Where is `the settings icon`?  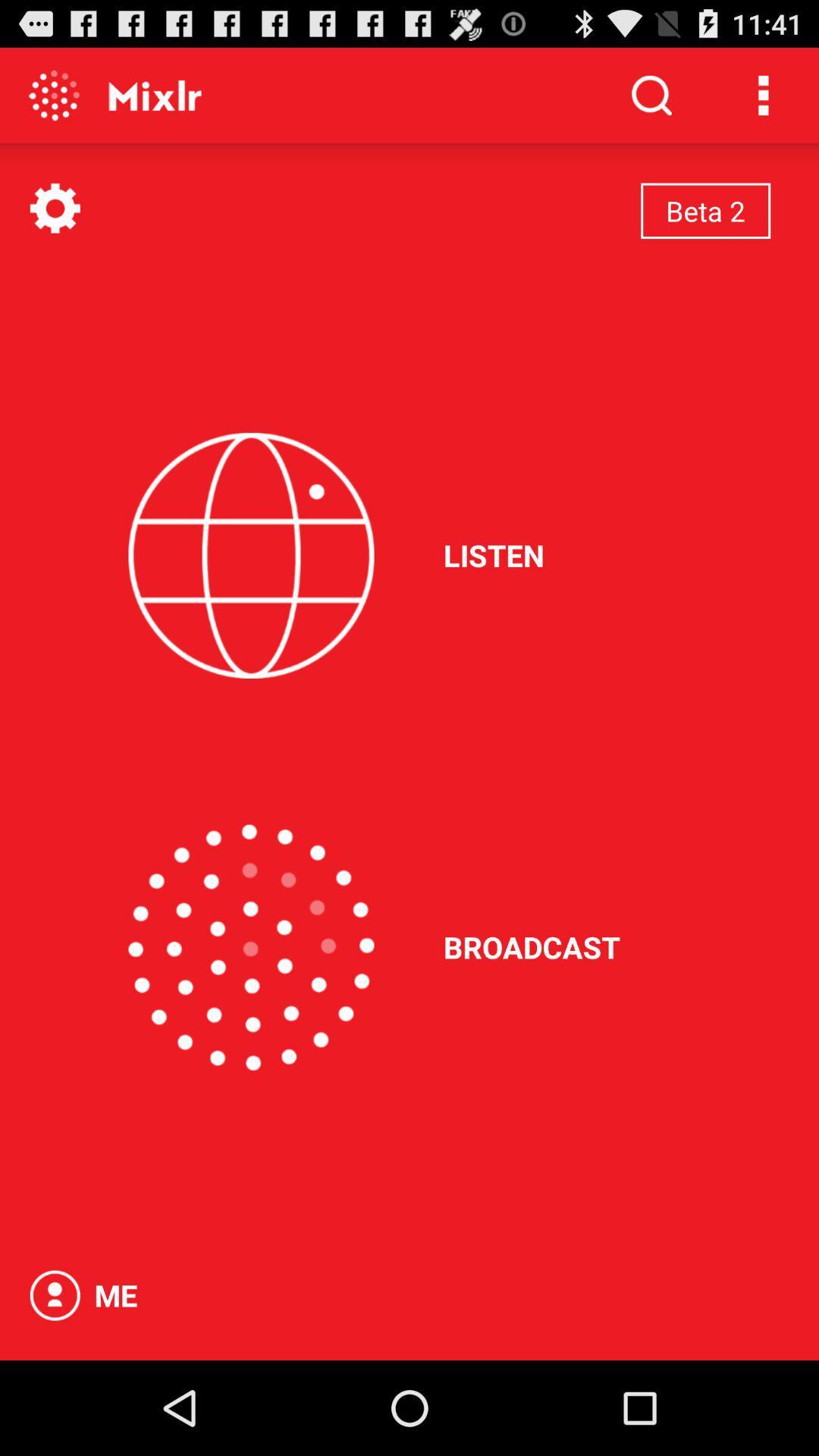
the settings icon is located at coordinates (54, 221).